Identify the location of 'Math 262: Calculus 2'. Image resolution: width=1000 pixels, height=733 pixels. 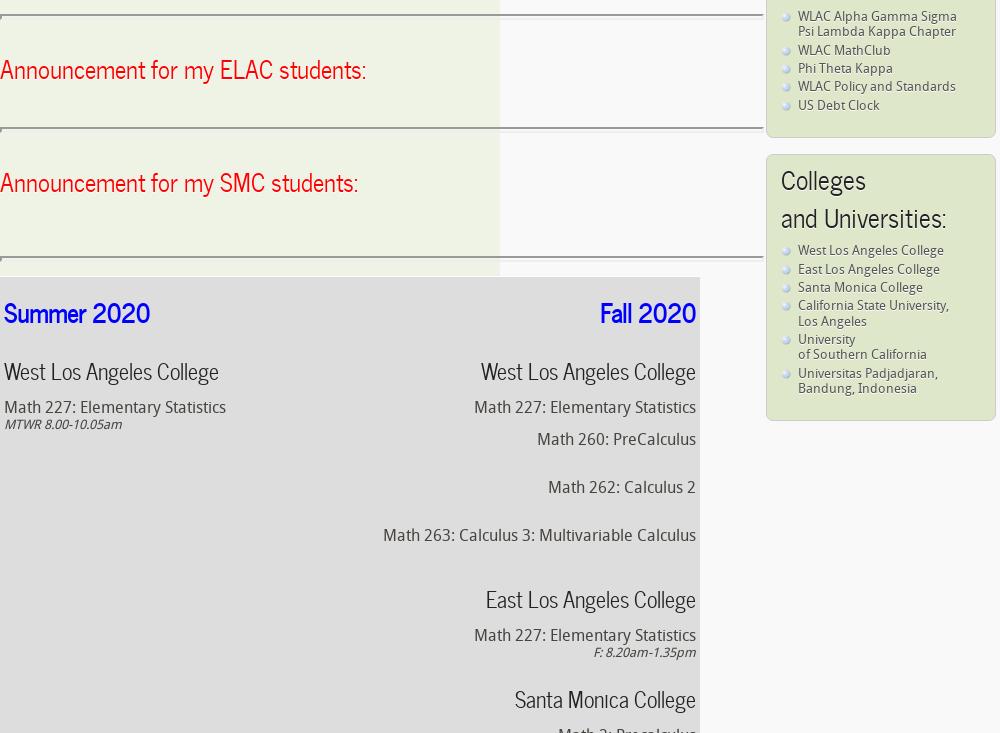
(621, 487).